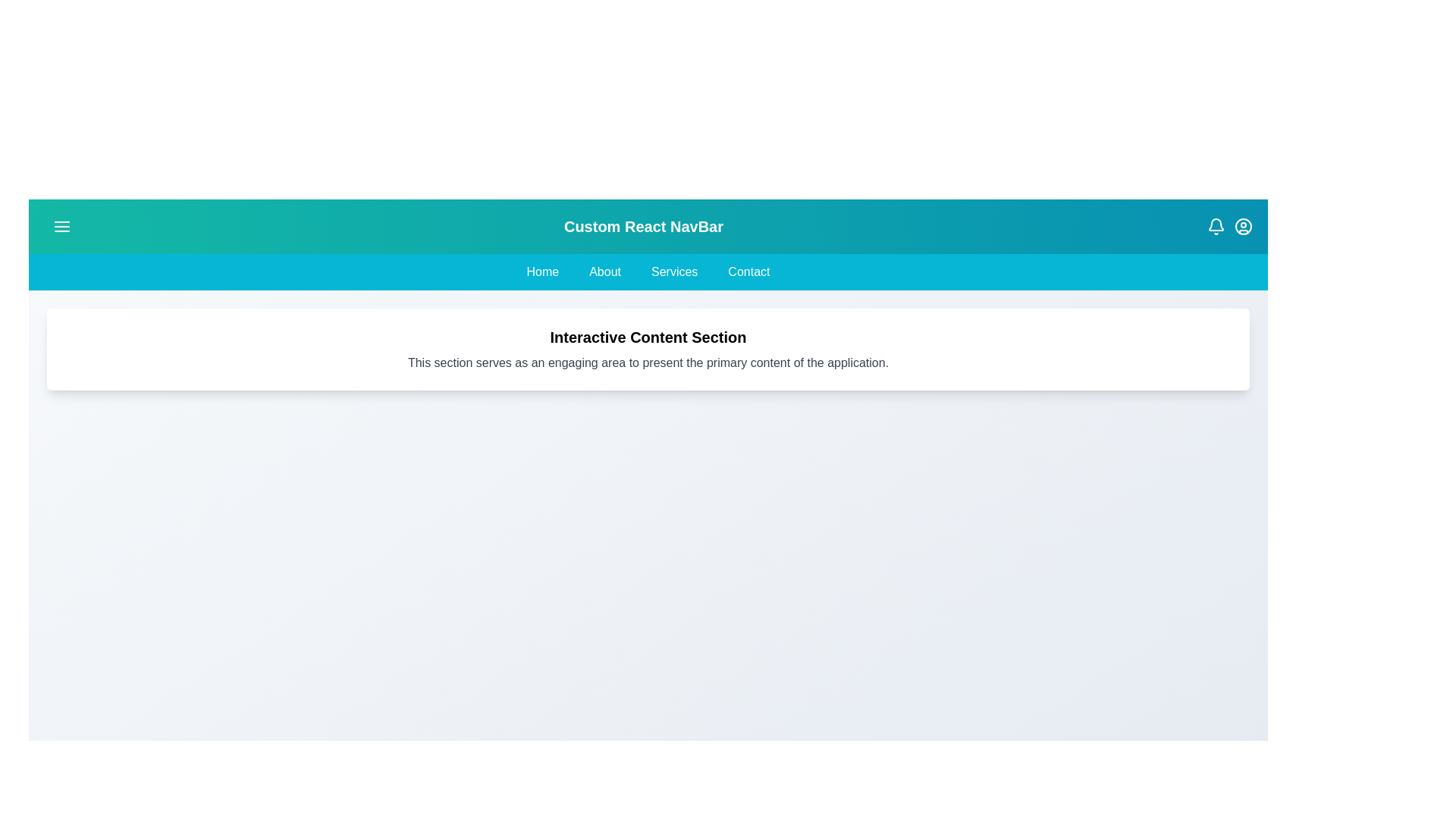  What do you see at coordinates (1244, 227) in the screenshot?
I see `the 'User Circle' icon to open the user profile options` at bounding box center [1244, 227].